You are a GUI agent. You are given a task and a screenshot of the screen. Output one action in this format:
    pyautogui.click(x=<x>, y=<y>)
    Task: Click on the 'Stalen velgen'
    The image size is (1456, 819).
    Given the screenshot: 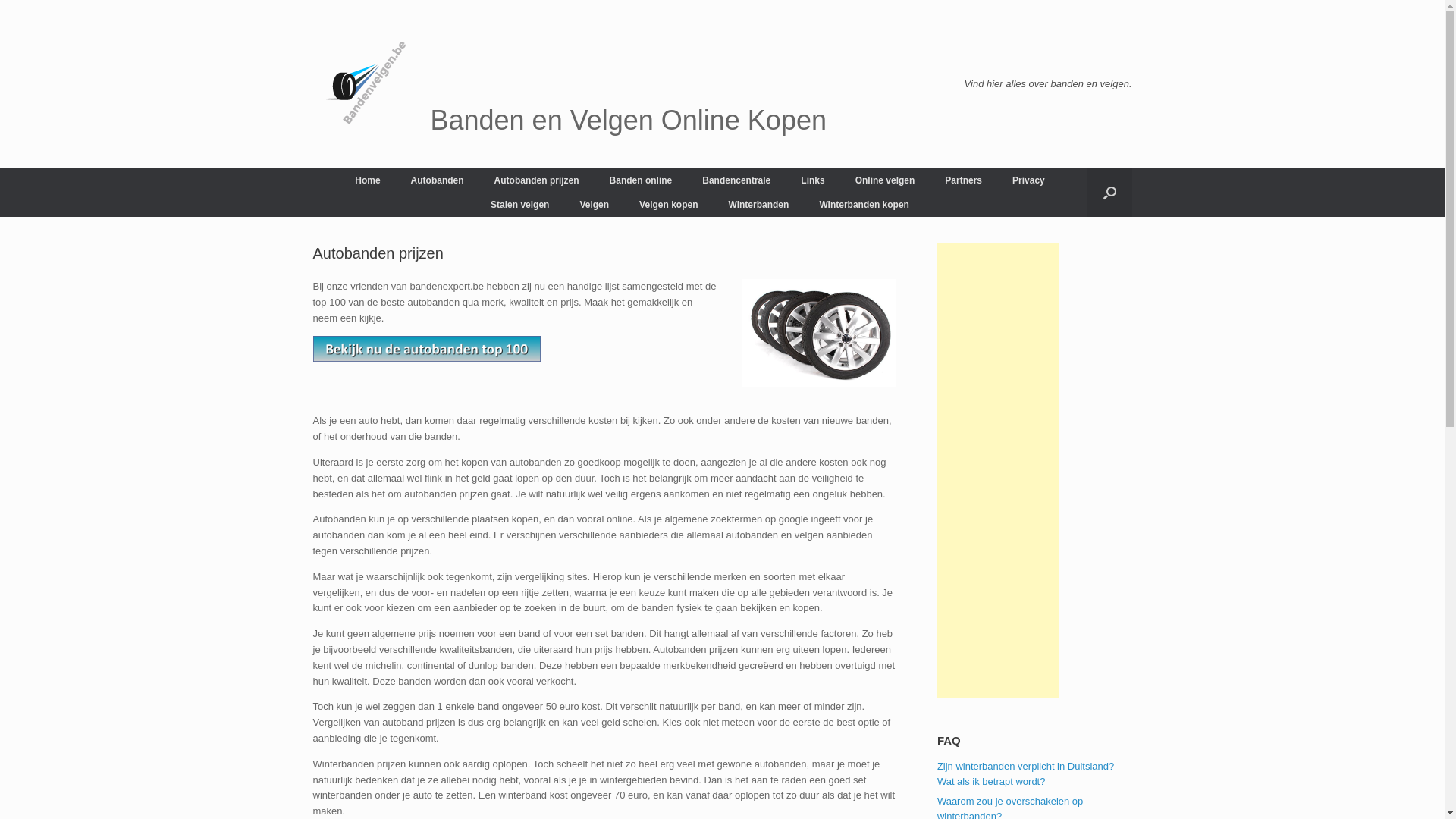 What is the action you would take?
    pyautogui.click(x=519, y=205)
    